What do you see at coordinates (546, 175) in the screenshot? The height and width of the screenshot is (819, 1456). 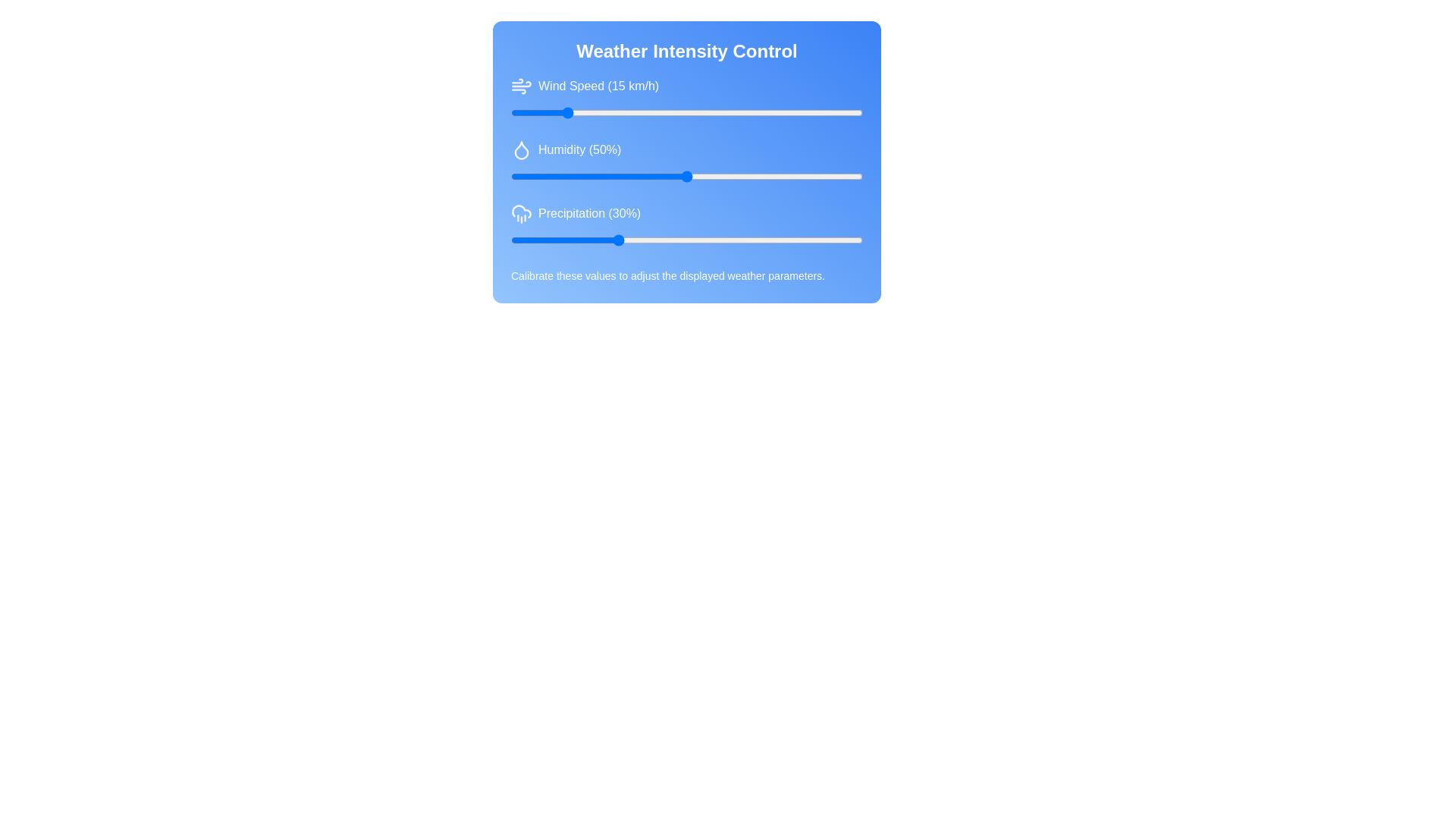 I see `the humidity` at bounding box center [546, 175].